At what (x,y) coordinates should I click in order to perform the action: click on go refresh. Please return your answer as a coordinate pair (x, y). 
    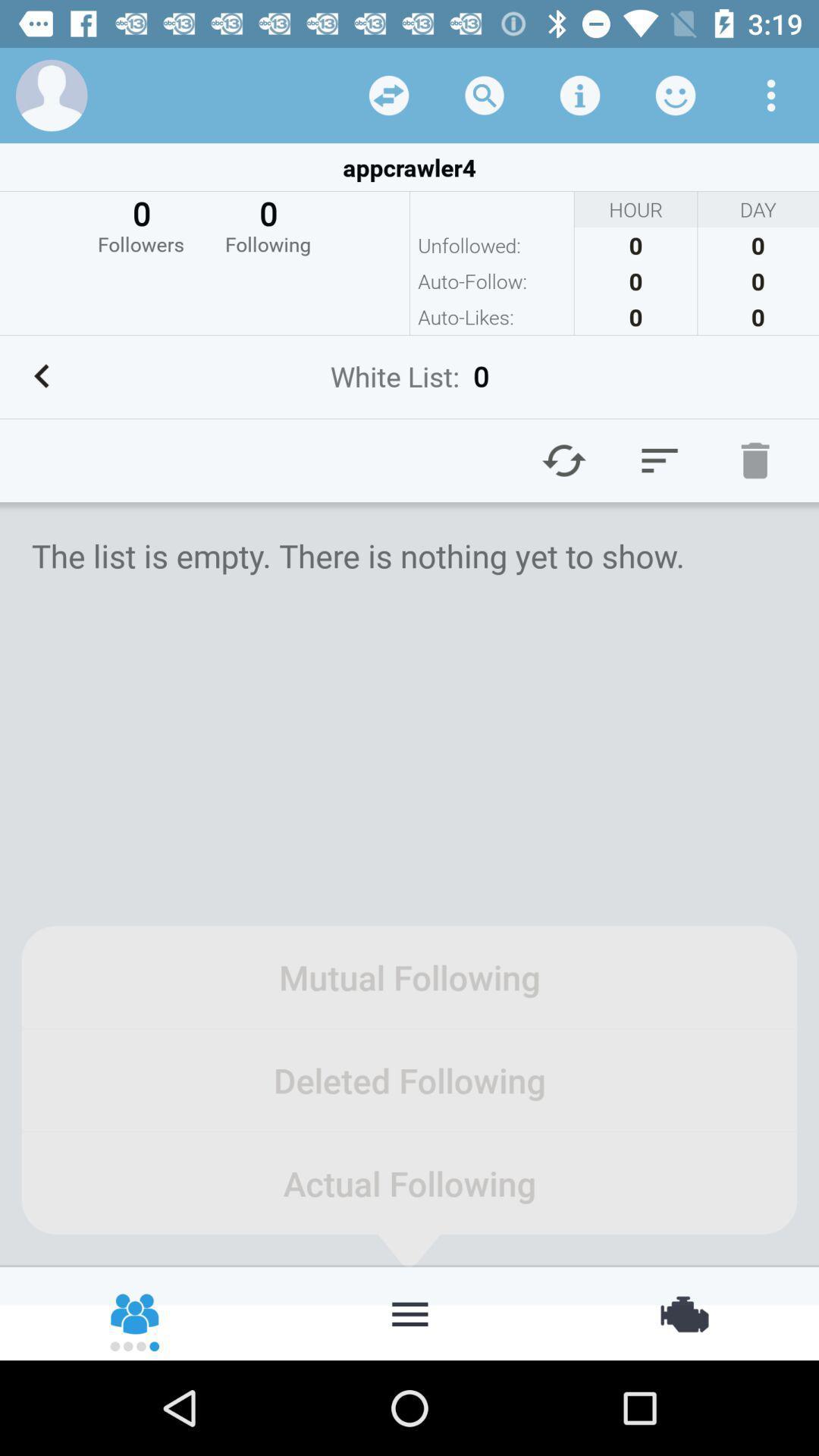
    Looking at the image, I should click on (564, 460).